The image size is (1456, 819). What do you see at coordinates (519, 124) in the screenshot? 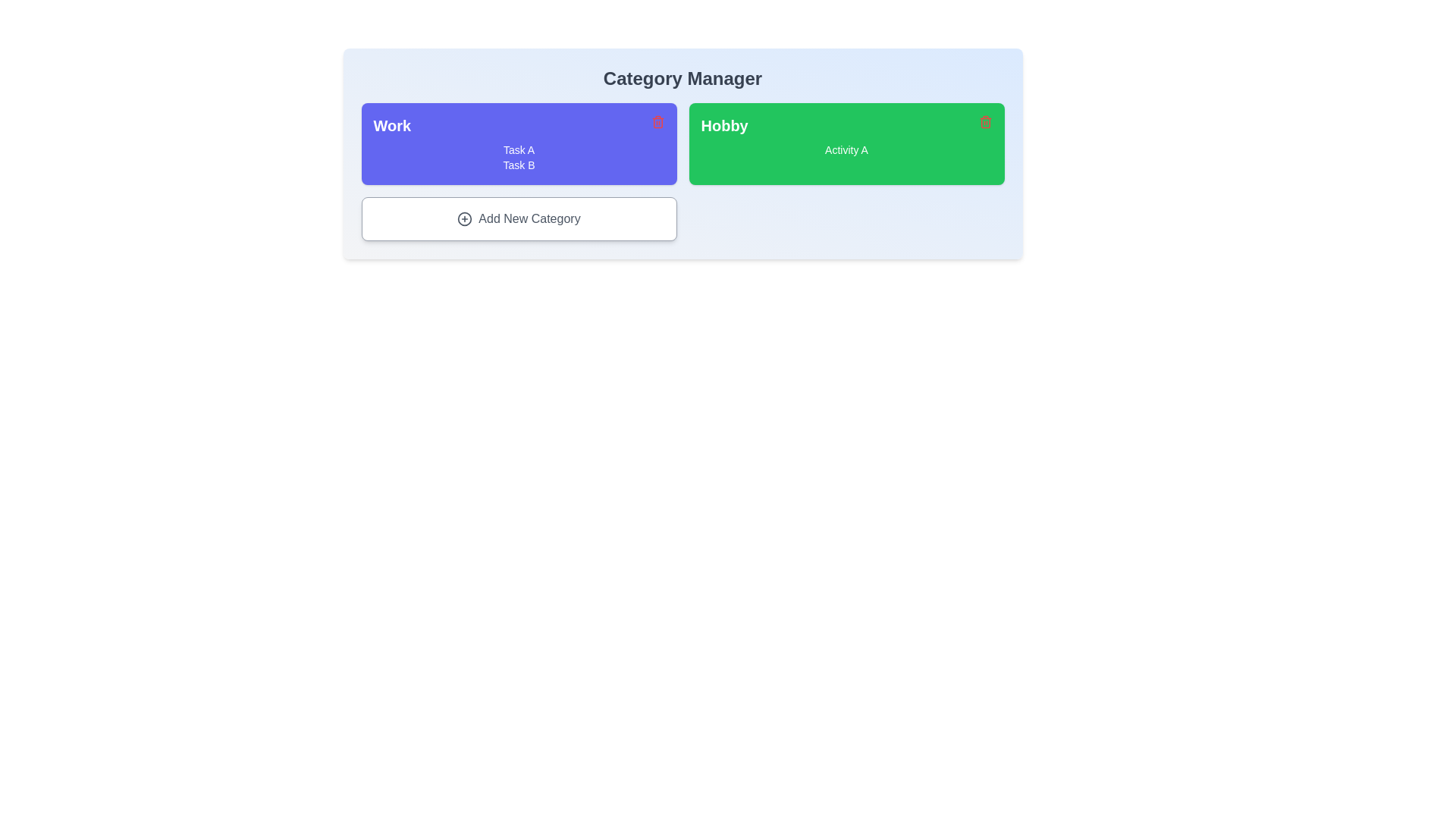
I see `the title of the category Work` at bounding box center [519, 124].